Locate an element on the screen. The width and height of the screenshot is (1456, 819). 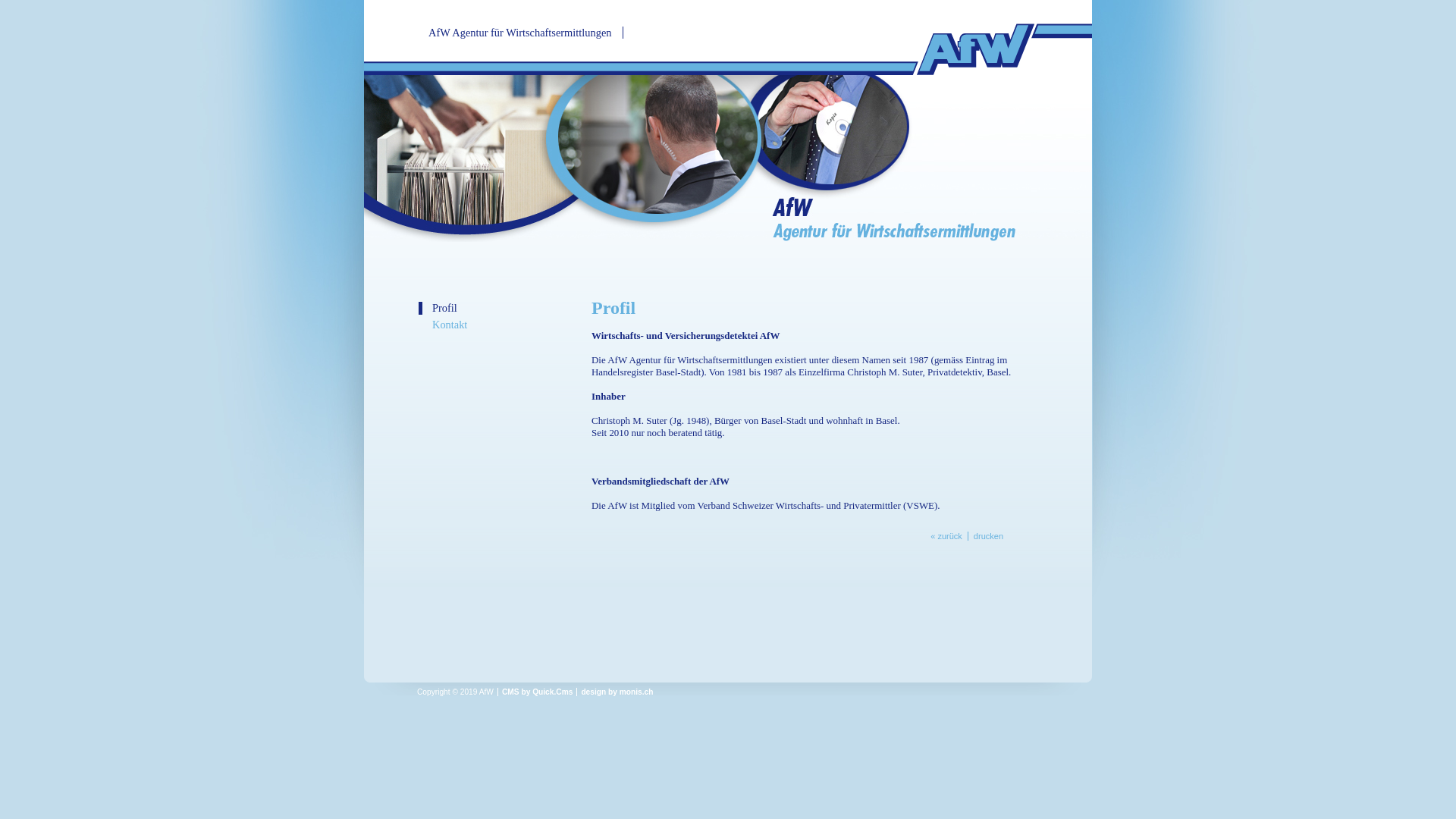
'Profil' is located at coordinates (502, 307).